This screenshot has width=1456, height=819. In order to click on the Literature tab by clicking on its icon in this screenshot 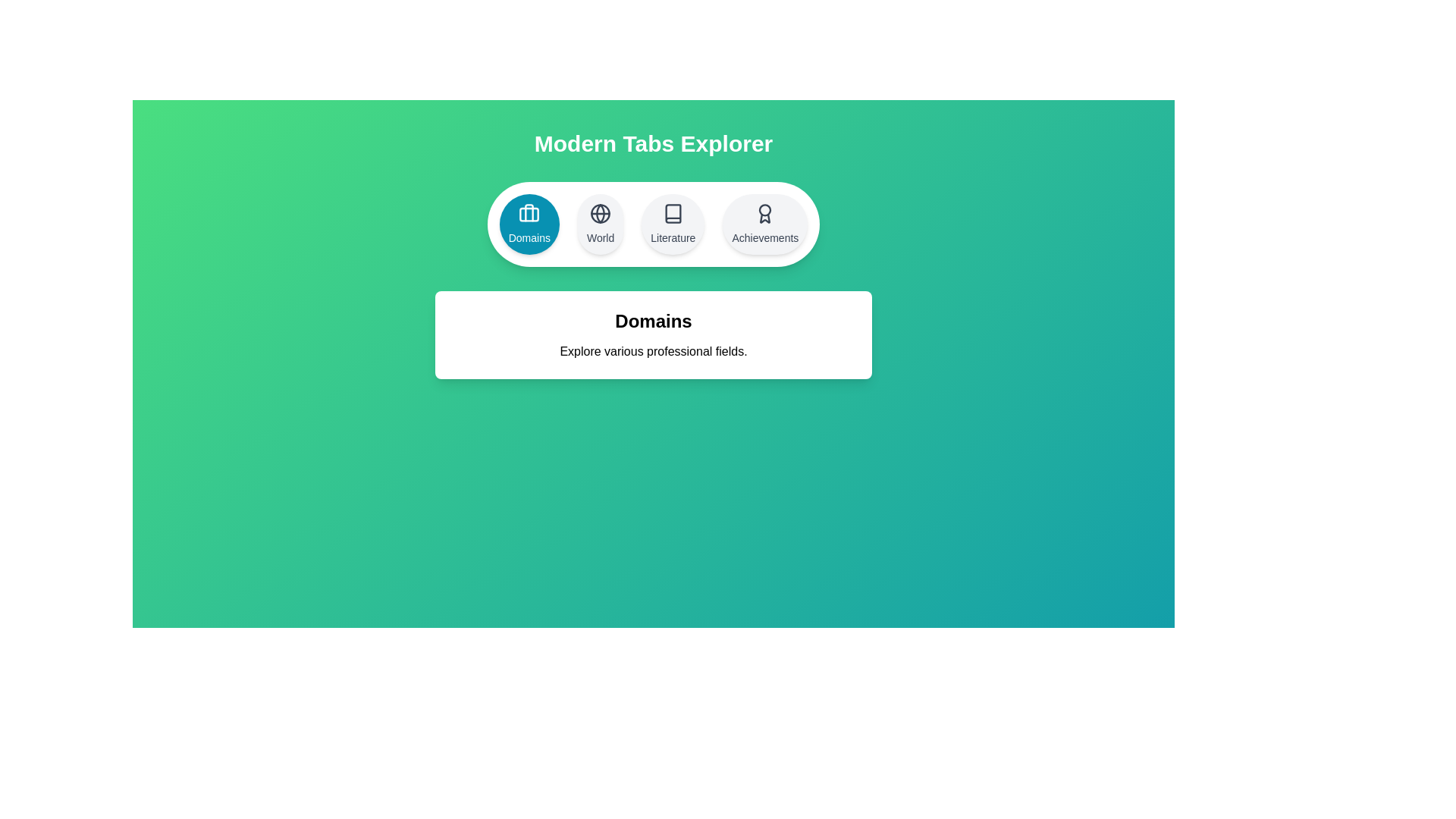, I will do `click(672, 224)`.